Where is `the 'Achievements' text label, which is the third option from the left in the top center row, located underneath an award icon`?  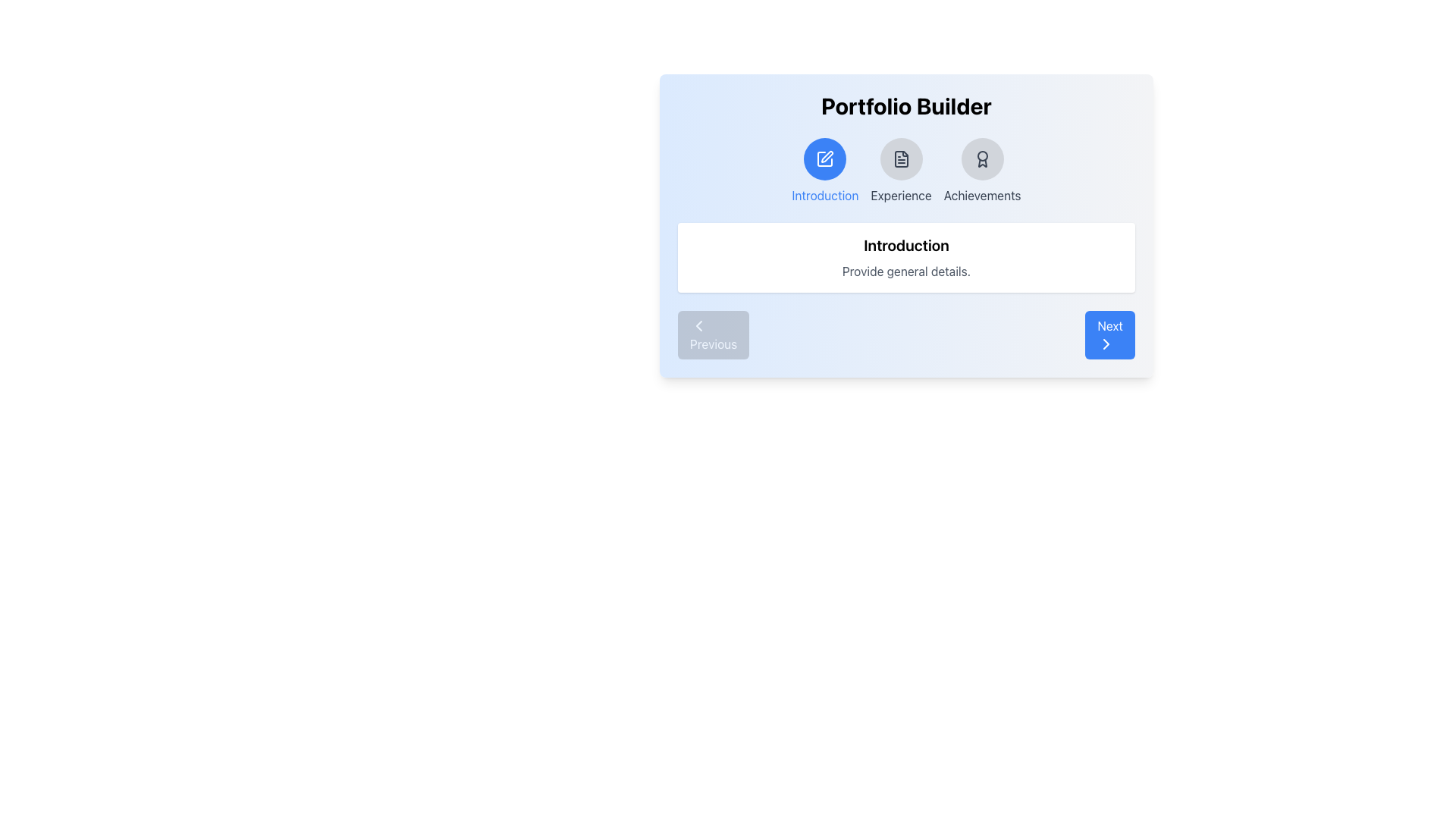 the 'Achievements' text label, which is the third option from the left in the top center row, located underneath an award icon is located at coordinates (982, 195).